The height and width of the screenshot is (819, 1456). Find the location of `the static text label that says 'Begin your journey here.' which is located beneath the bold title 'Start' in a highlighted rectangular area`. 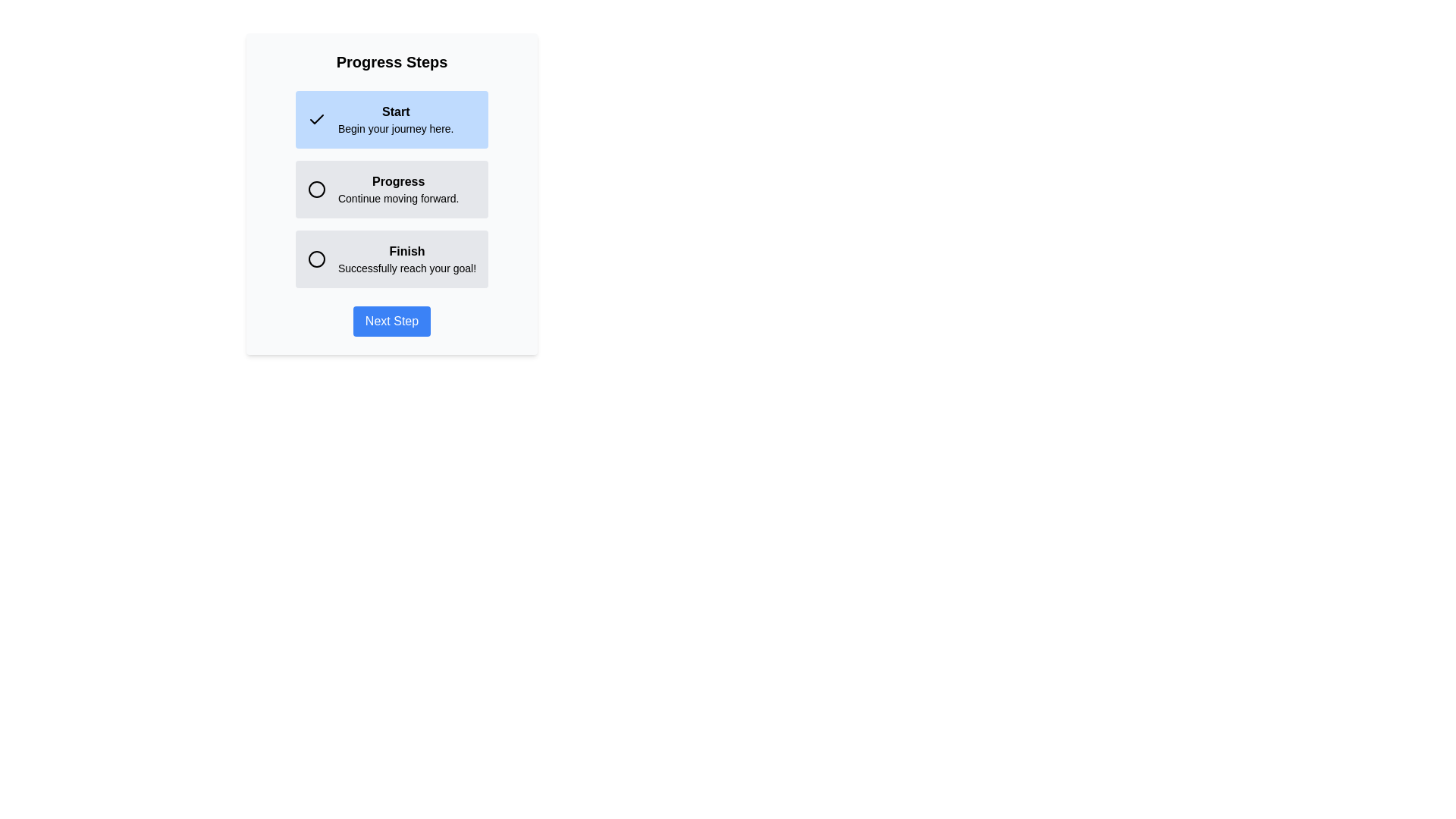

the static text label that says 'Begin your journey here.' which is located beneath the bold title 'Start' in a highlighted rectangular area is located at coordinates (396, 127).